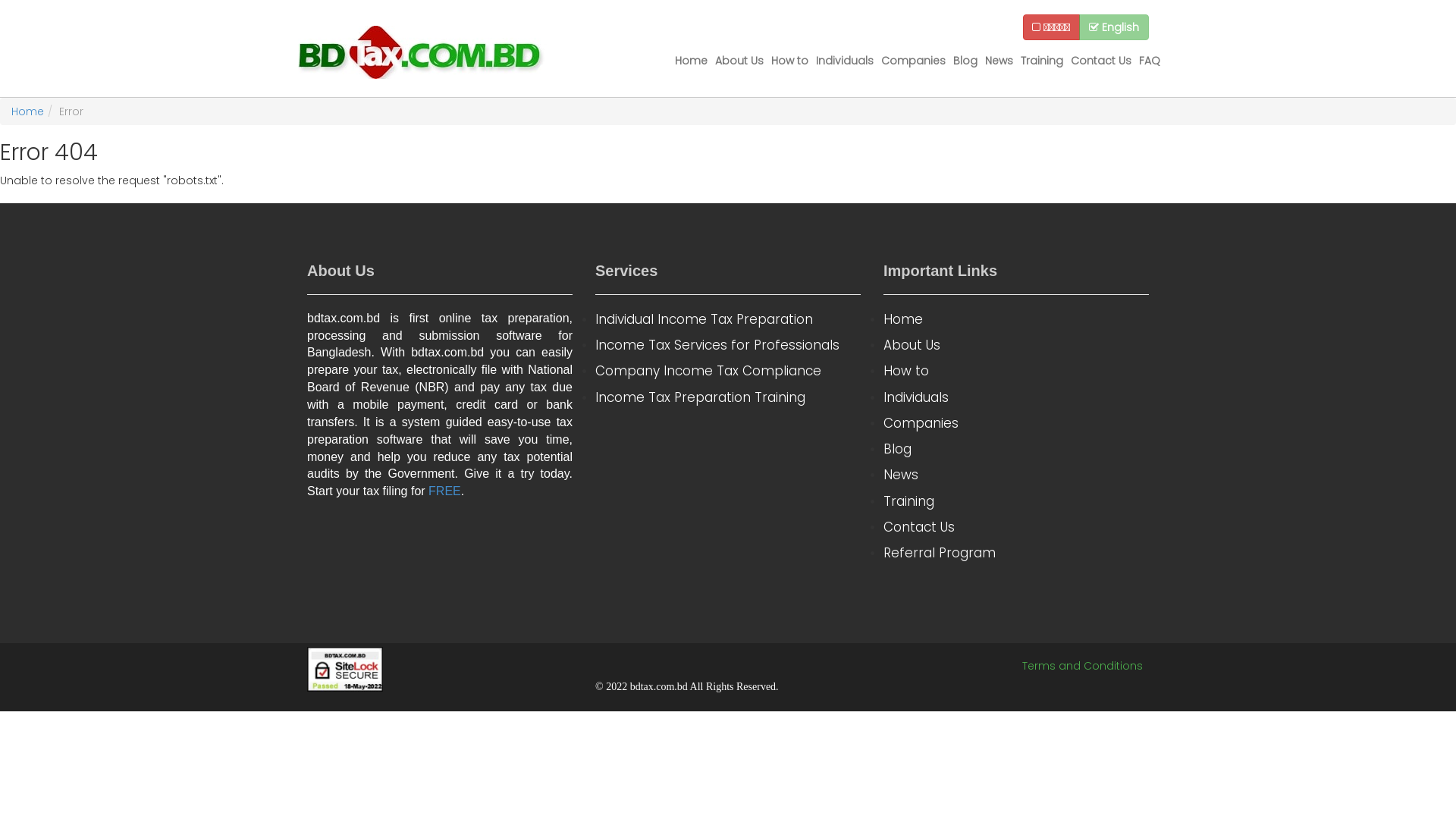 The height and width of the screenshot is (819, 1456). What do you see at coordinates (739, 60) in the screenshot?
I see `'About Us'` at bounding box center [739, 60].